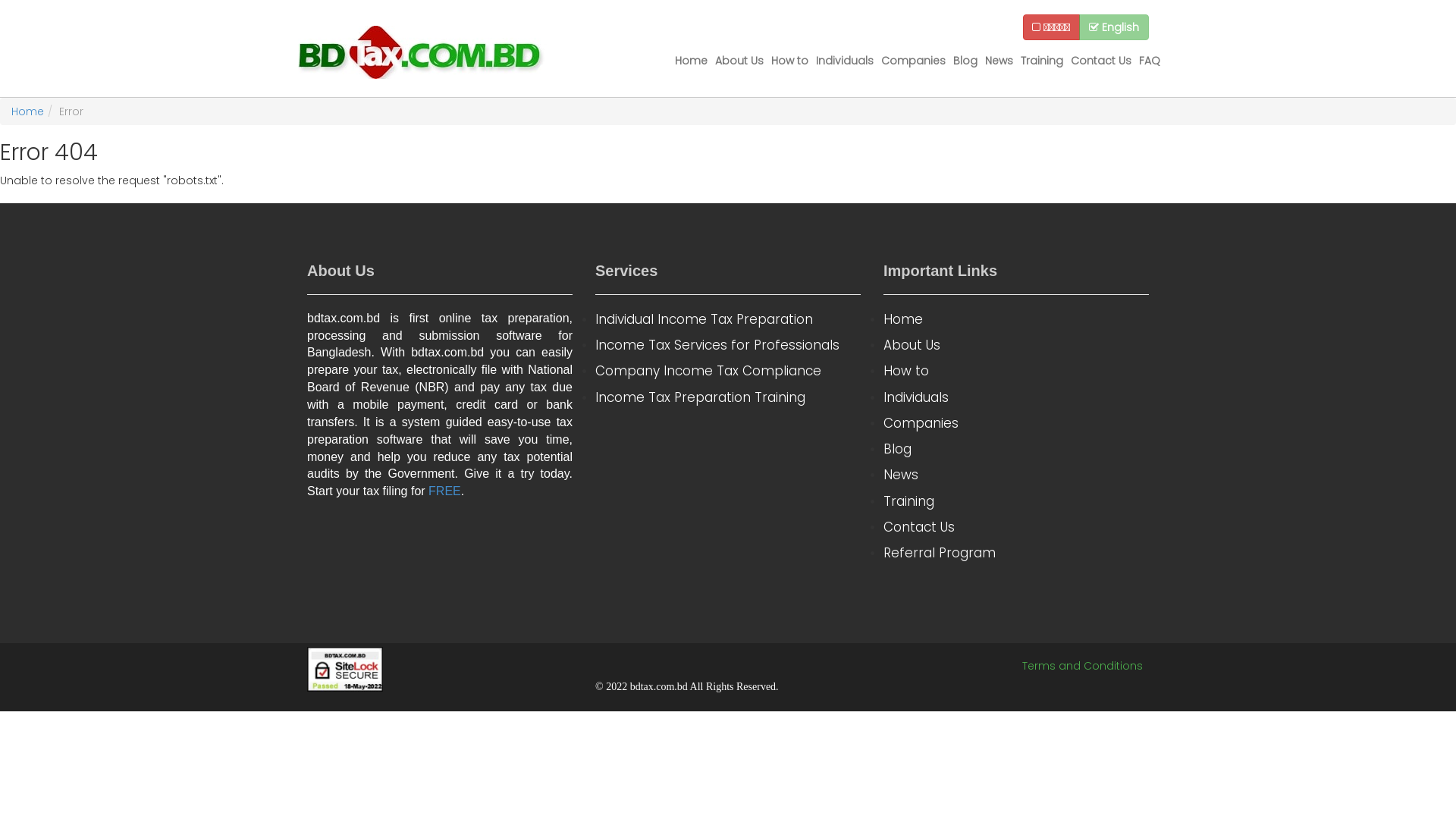 The height and width of the screenshot is (819, 1456). What do you see at coordinates (739, 60) in the screenshot?
I see `'About Us'` at bounding box center [739, 60].